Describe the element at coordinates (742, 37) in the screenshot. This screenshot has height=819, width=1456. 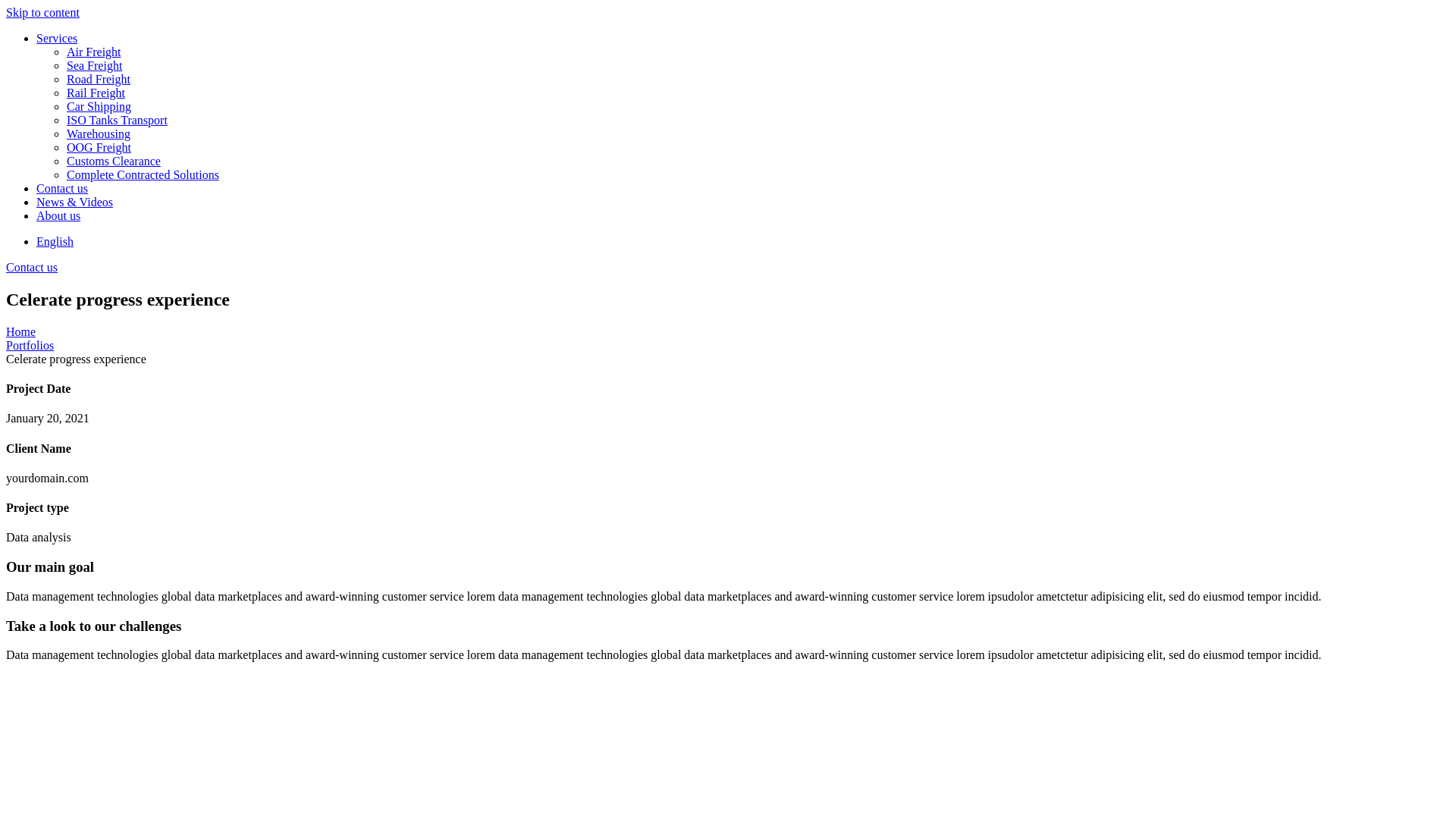
I see `'Services'` at that location.